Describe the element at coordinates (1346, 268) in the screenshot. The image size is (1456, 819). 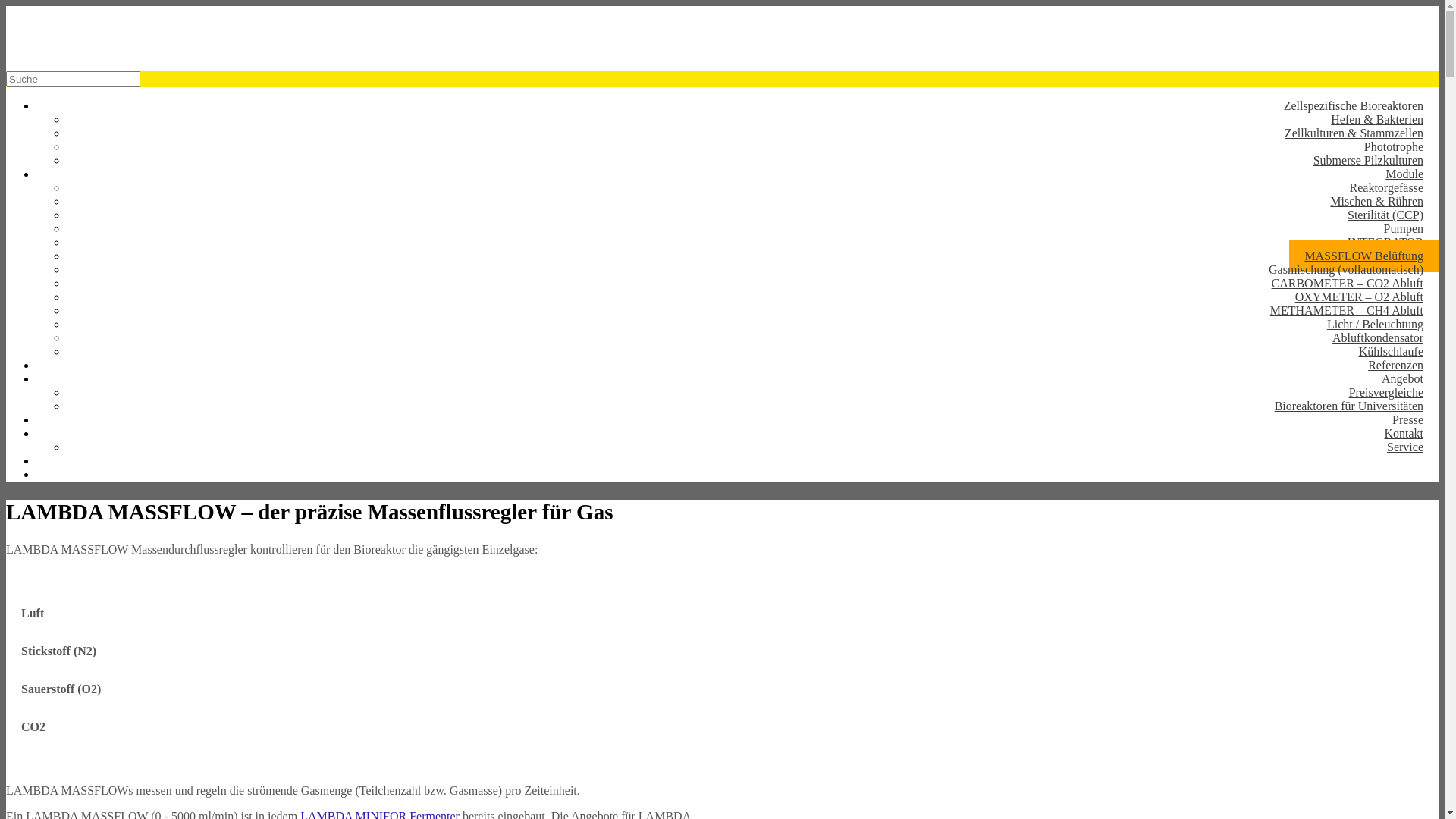
I see `'Gasmischung (vollautomatisch)'` at that location.